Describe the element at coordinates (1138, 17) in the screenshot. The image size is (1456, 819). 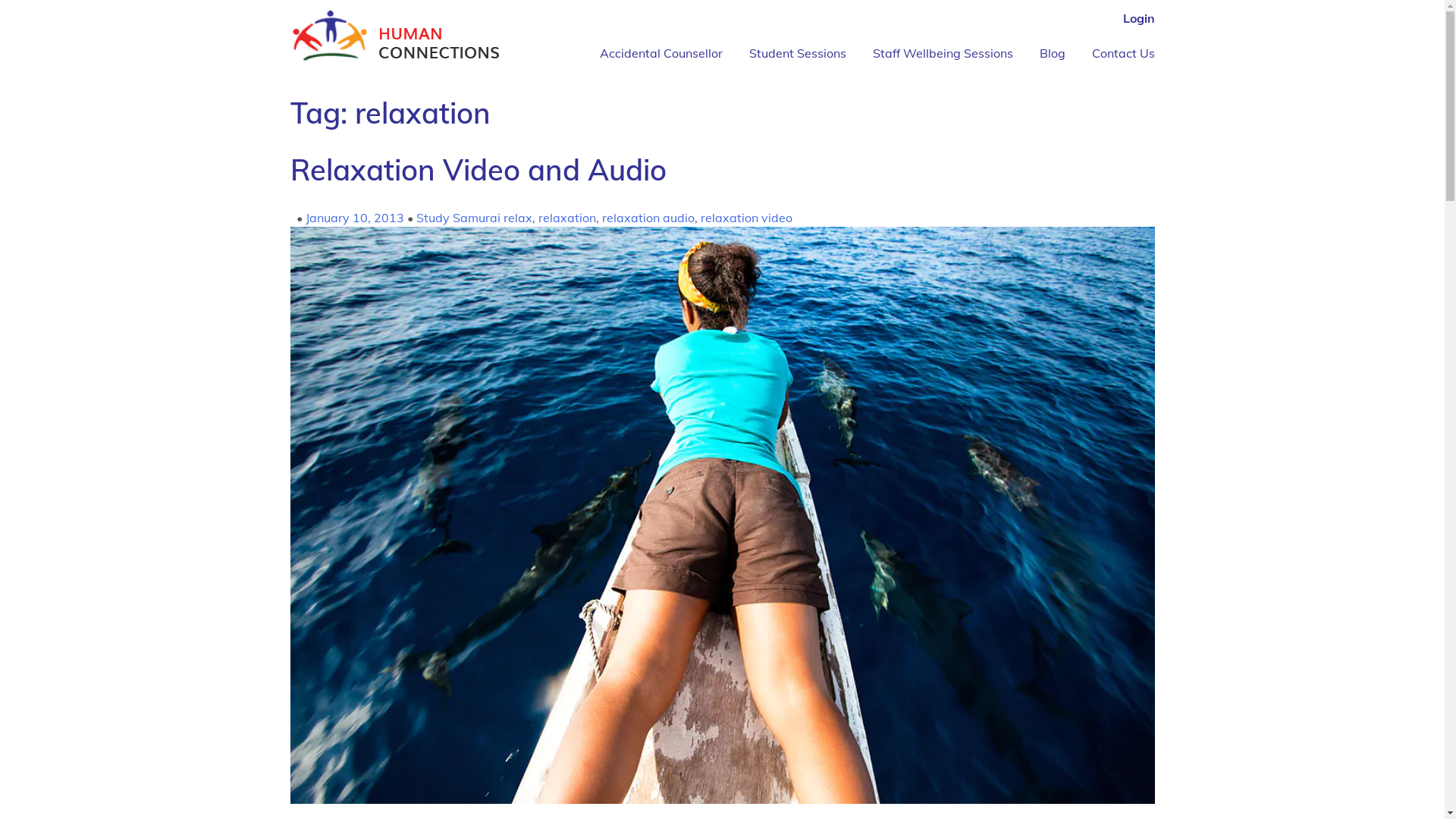
I see `'Login'` at that location.